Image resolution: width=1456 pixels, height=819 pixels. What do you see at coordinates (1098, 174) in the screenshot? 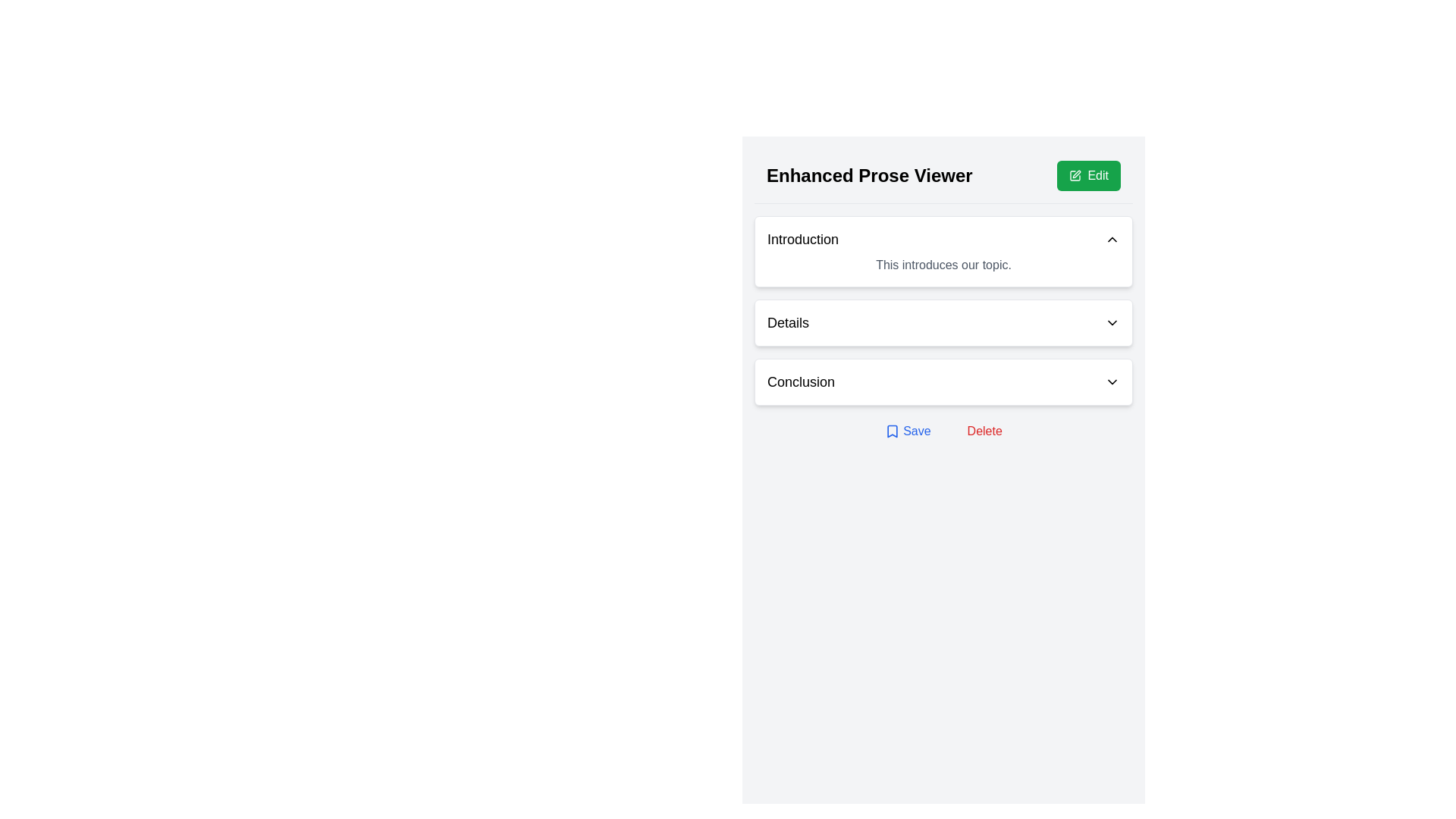
I see `the static text element labeled 'Edit' which indicates the function of the editing button located in the top-right corner of the main interface panel` at bounding box center [1098, 174].